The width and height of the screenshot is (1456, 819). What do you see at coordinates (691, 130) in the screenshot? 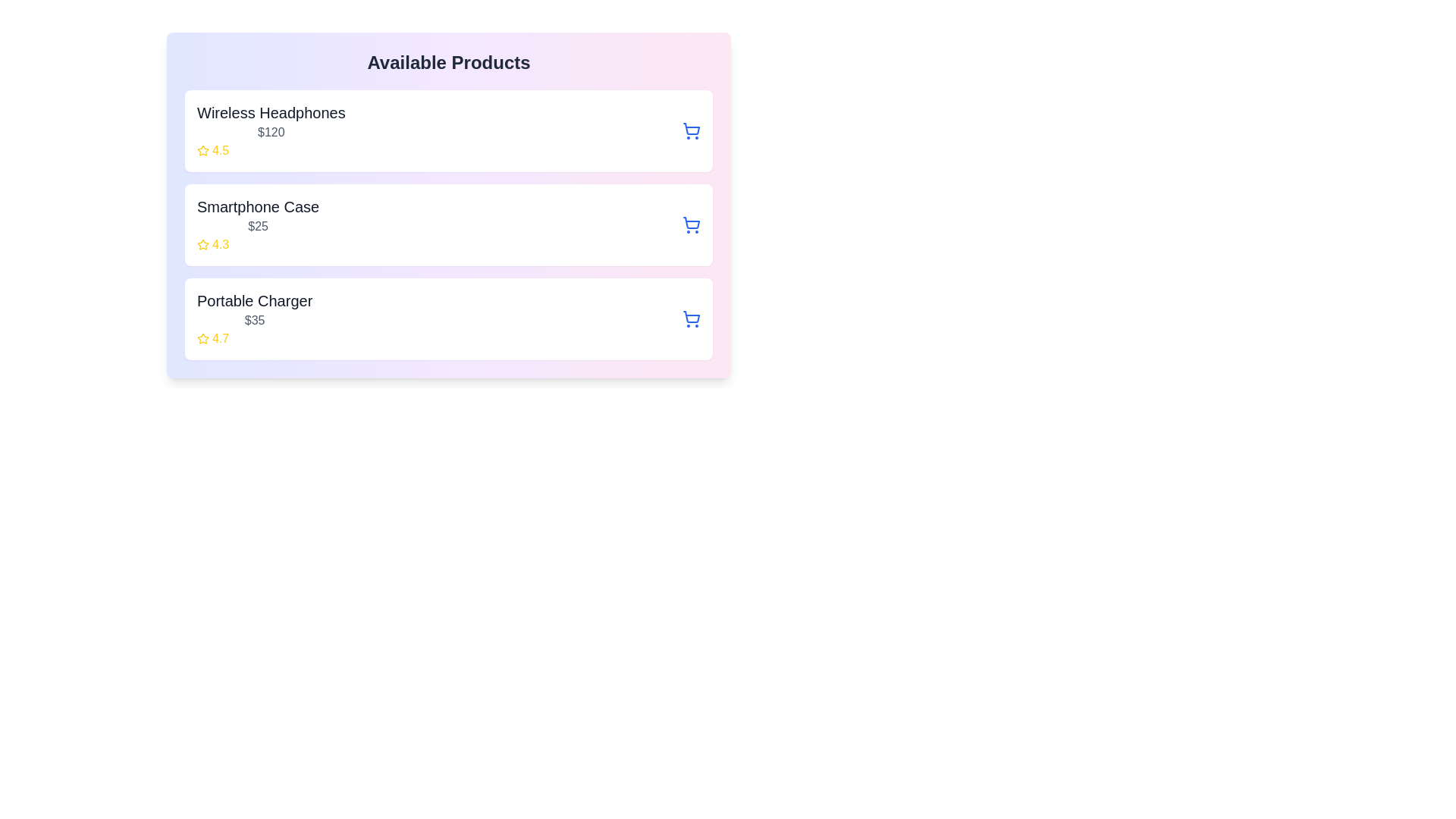
I see `cart button for the product Wireless Headphones` at bounding box center [691, 130].